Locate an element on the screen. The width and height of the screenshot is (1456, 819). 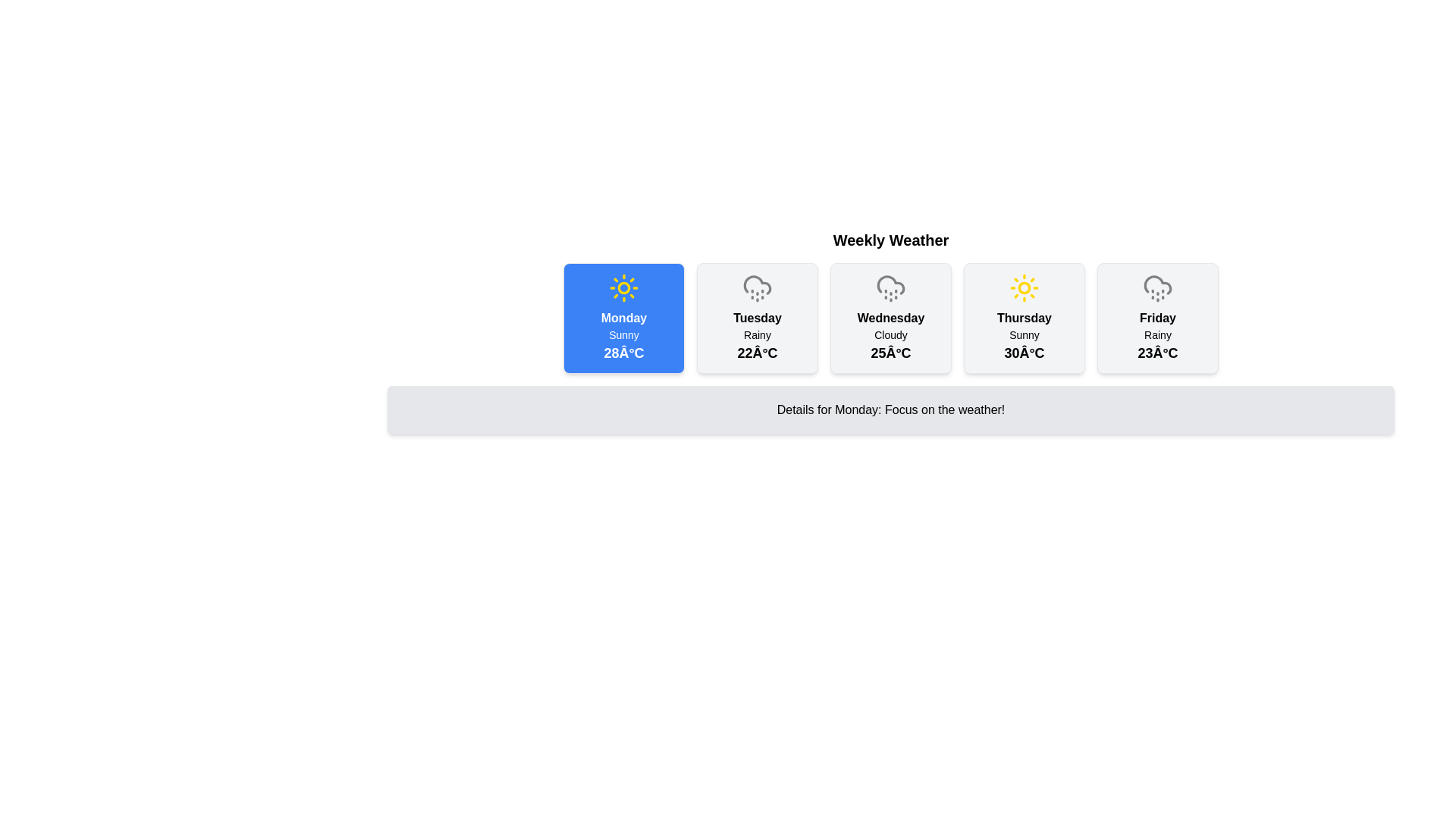
the text component displaying '30Â°C' located at the bottom of the fourth weather card for Thursday is located at coordinates (1024, 353).